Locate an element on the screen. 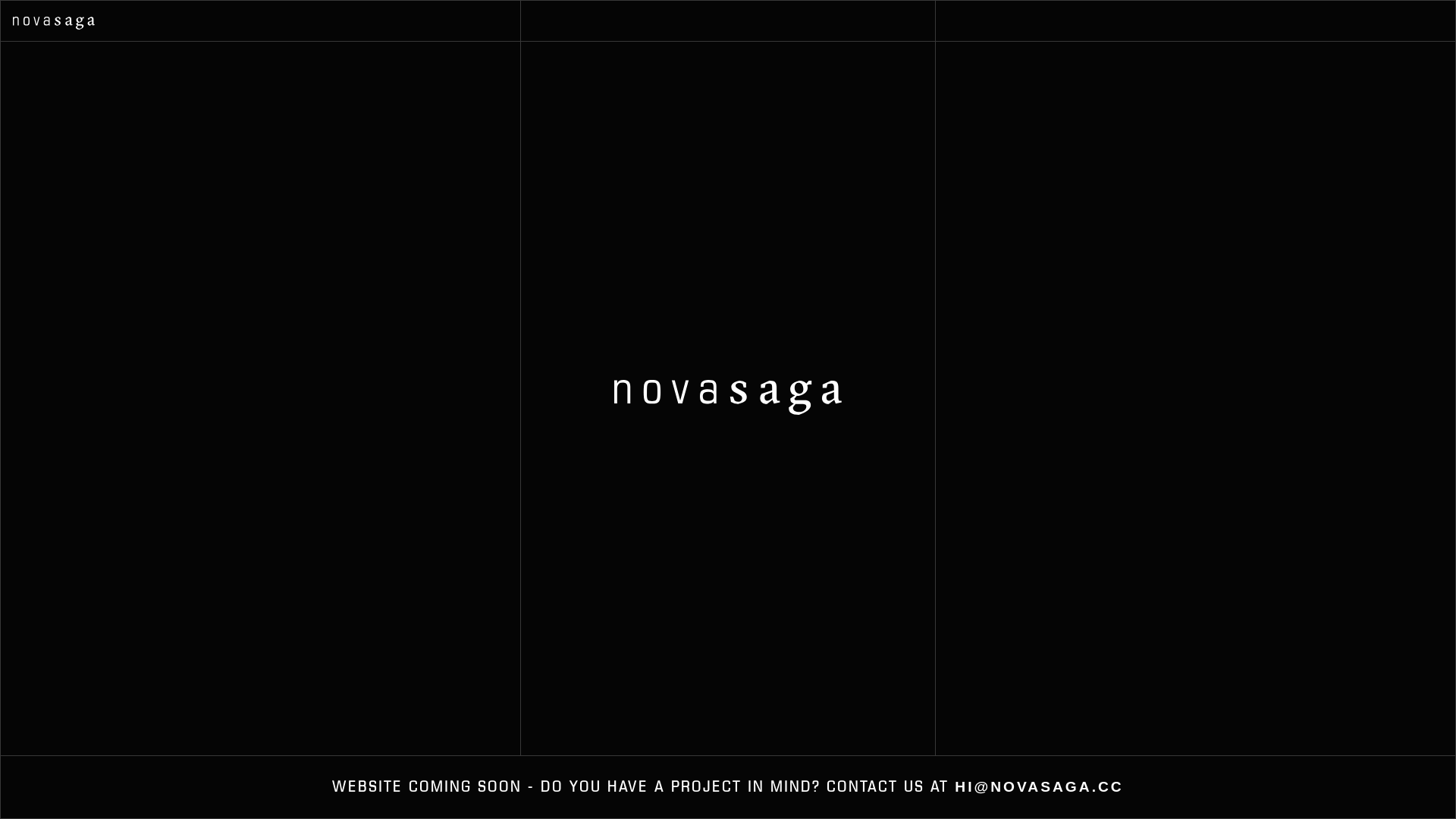  'HI@NOVASAGA.CC' is located at coordinates (1037, 786).